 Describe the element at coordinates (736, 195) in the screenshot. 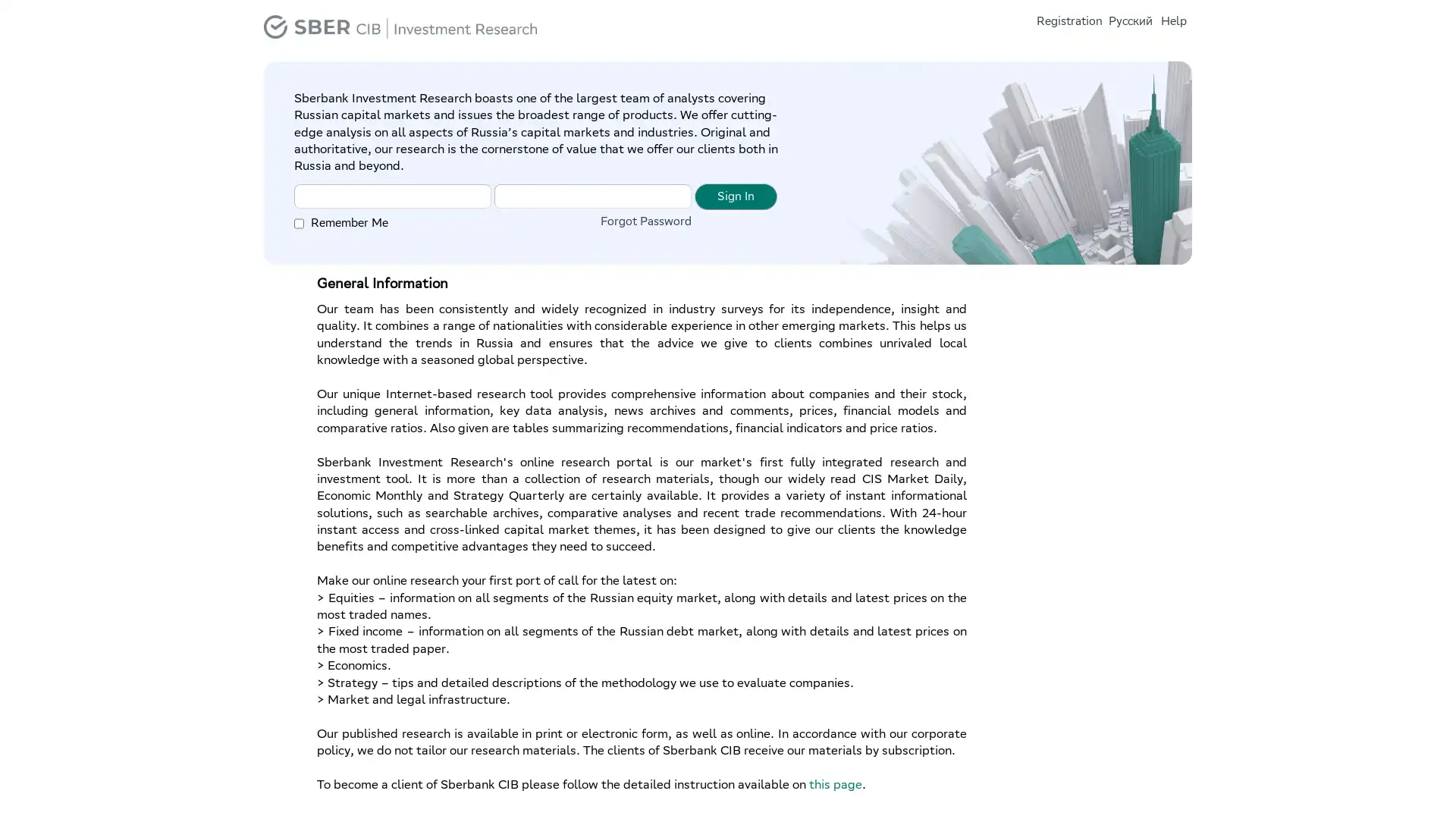

I see `Sign In` at that location.